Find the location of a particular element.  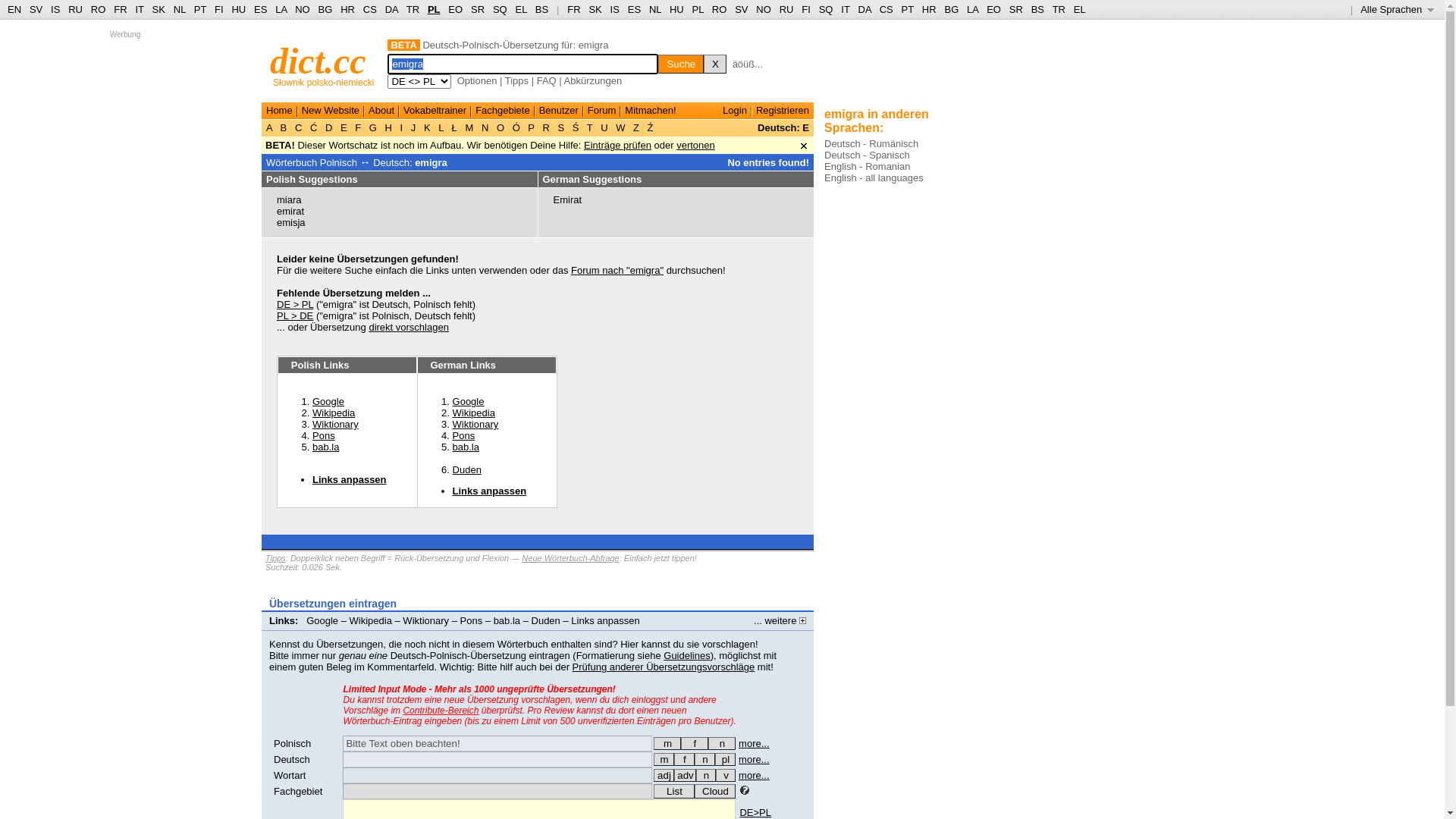

'C' is located at coordinates (298, 127).